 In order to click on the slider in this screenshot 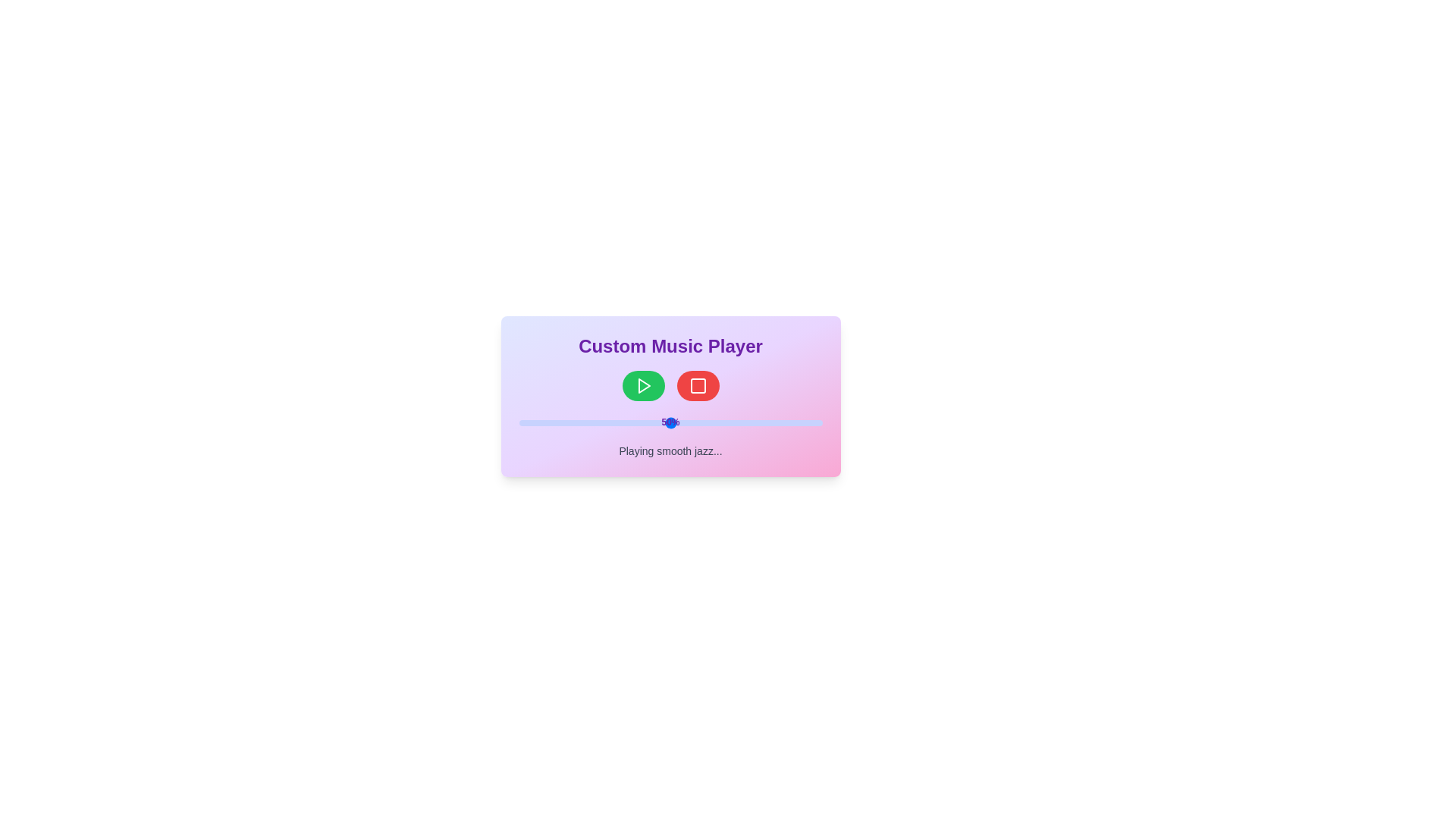, I will do `click(734, 423)`.